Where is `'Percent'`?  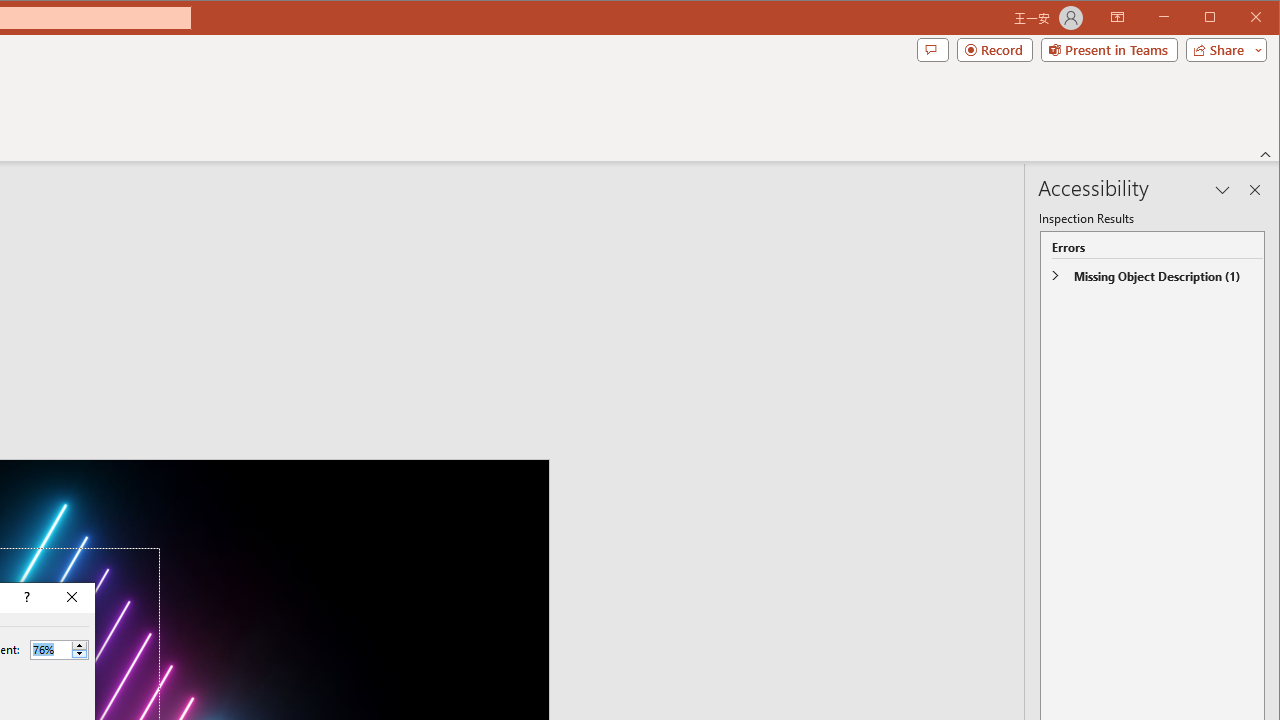
'Percent' is located at coordinates (50, 649).